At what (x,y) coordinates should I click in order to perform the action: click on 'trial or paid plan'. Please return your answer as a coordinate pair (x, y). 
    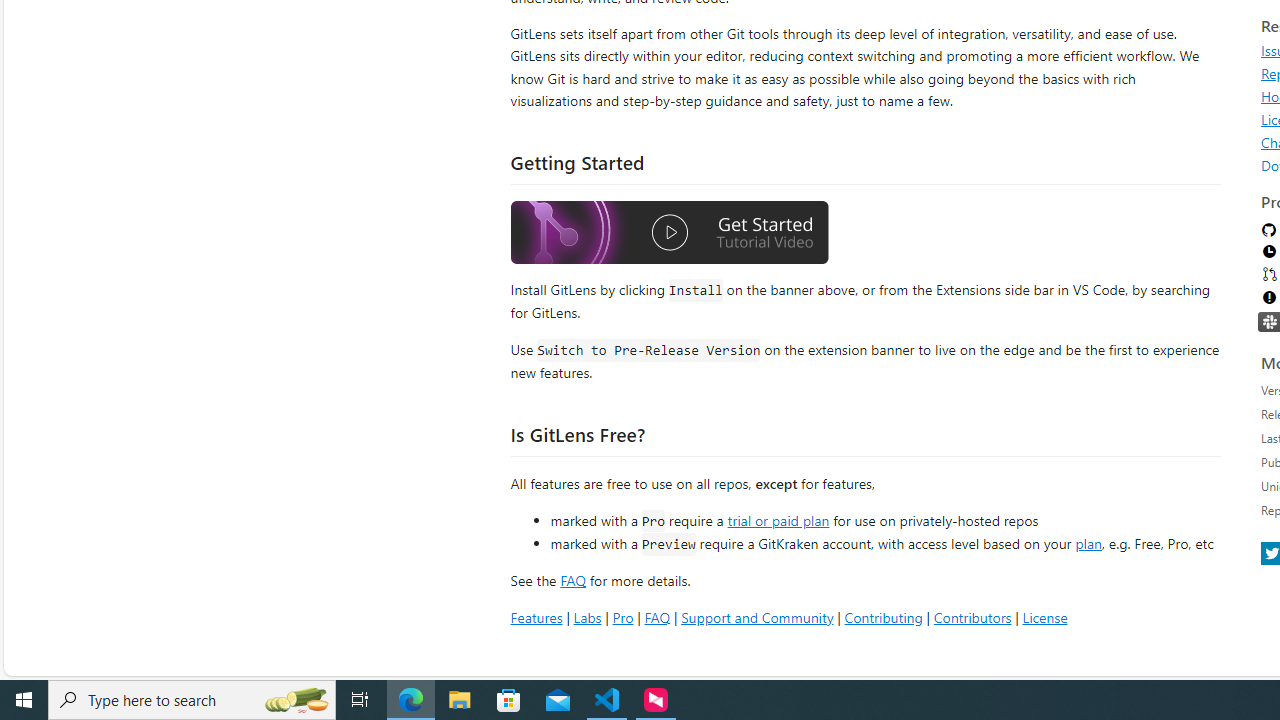
    Looking at the image, I should click on (777, 518).